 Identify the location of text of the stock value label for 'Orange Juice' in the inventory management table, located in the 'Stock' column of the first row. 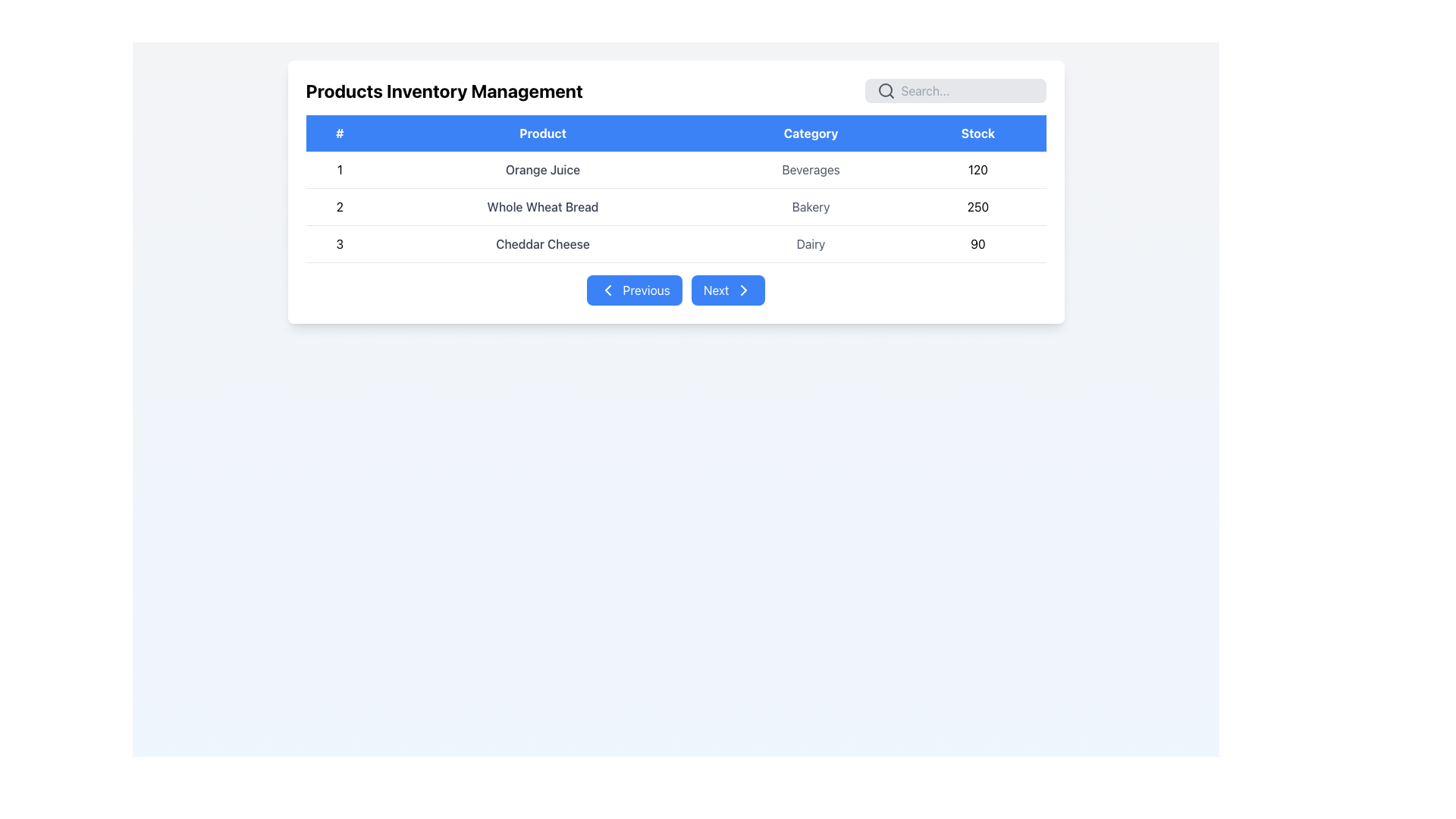
(977, 170).